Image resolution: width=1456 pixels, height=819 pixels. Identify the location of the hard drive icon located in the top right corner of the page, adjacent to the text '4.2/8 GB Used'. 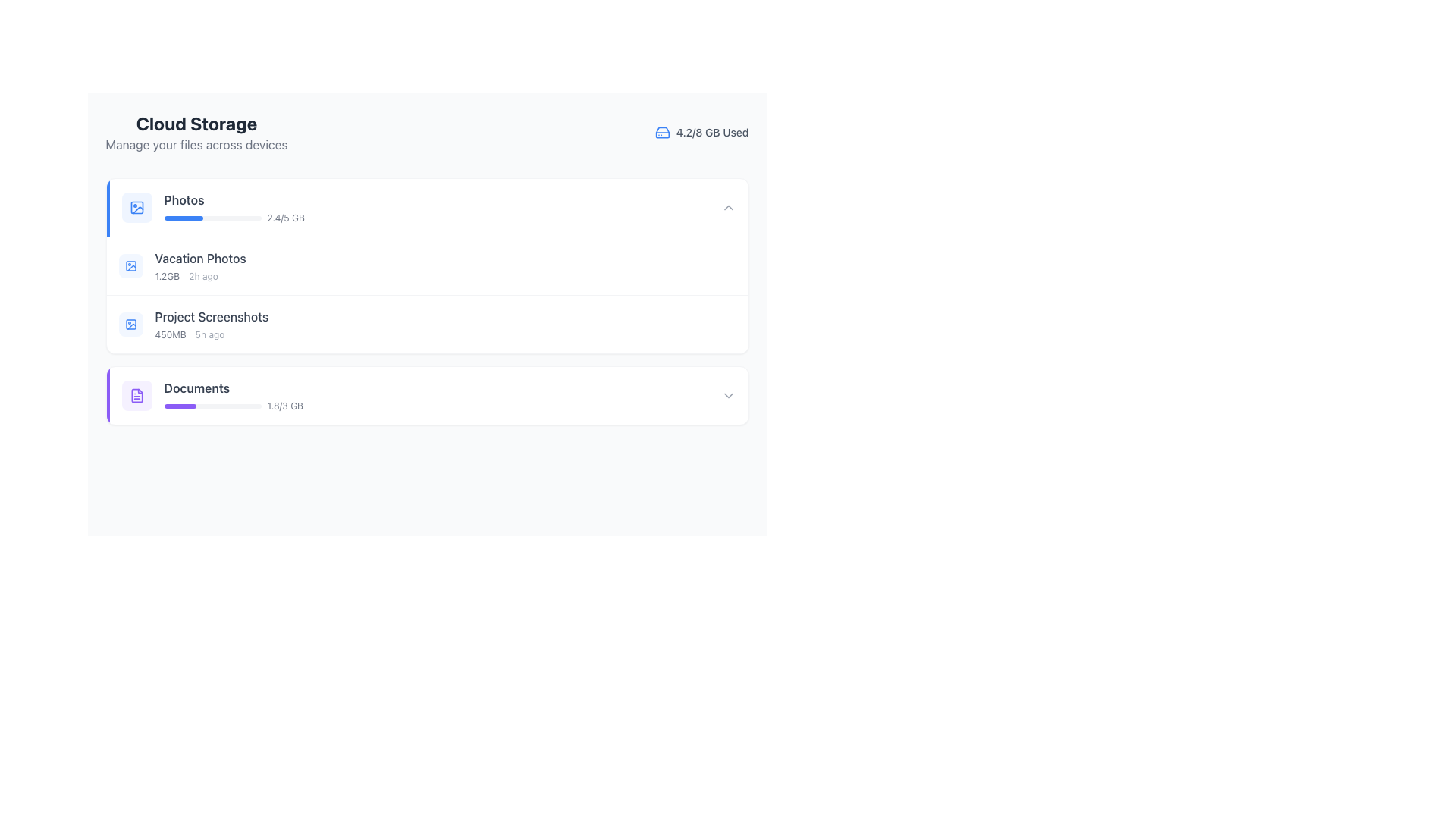
(662, 131).